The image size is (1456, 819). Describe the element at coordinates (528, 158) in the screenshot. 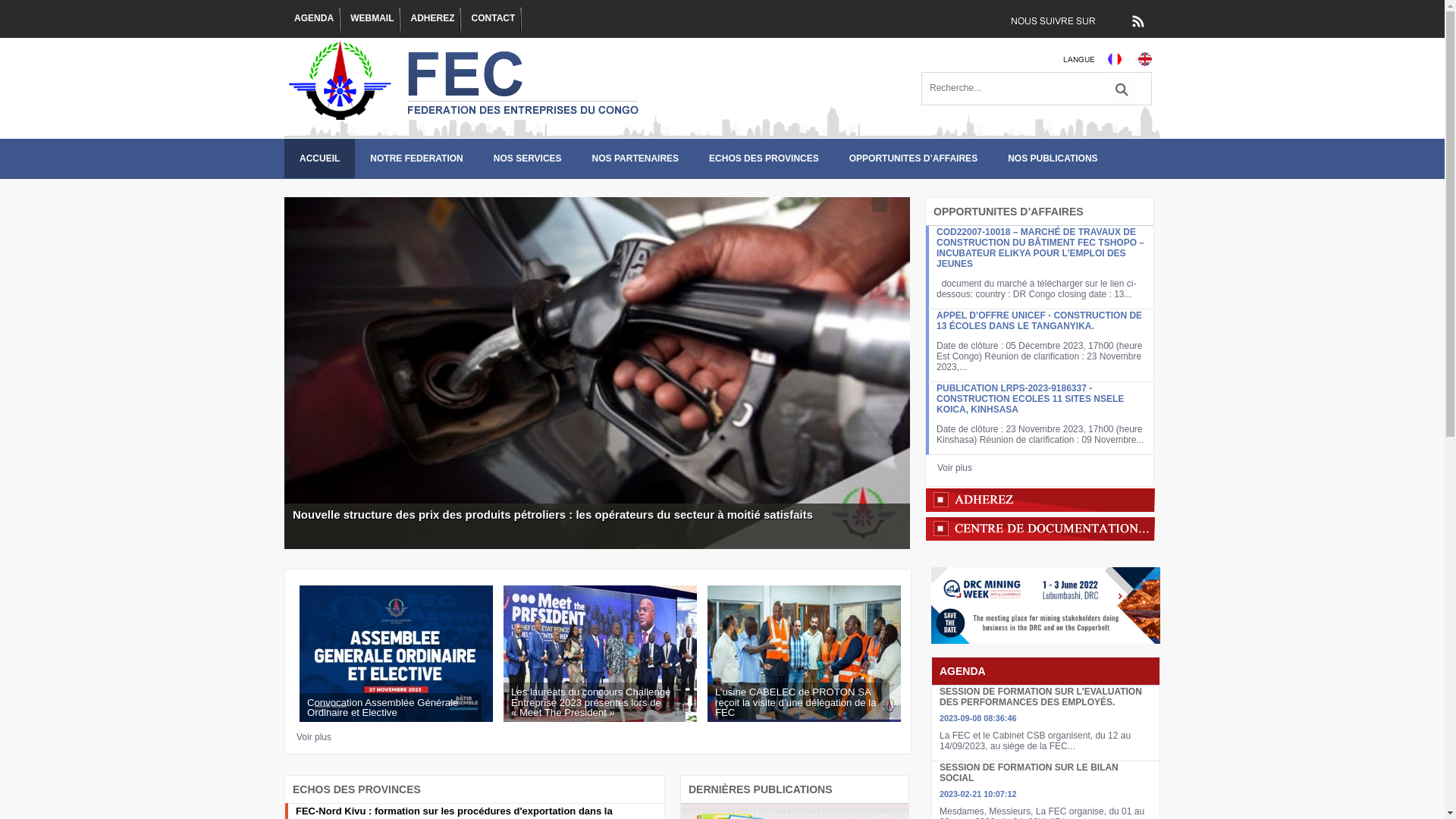

I see `'NOS SERVICES'` at that location.